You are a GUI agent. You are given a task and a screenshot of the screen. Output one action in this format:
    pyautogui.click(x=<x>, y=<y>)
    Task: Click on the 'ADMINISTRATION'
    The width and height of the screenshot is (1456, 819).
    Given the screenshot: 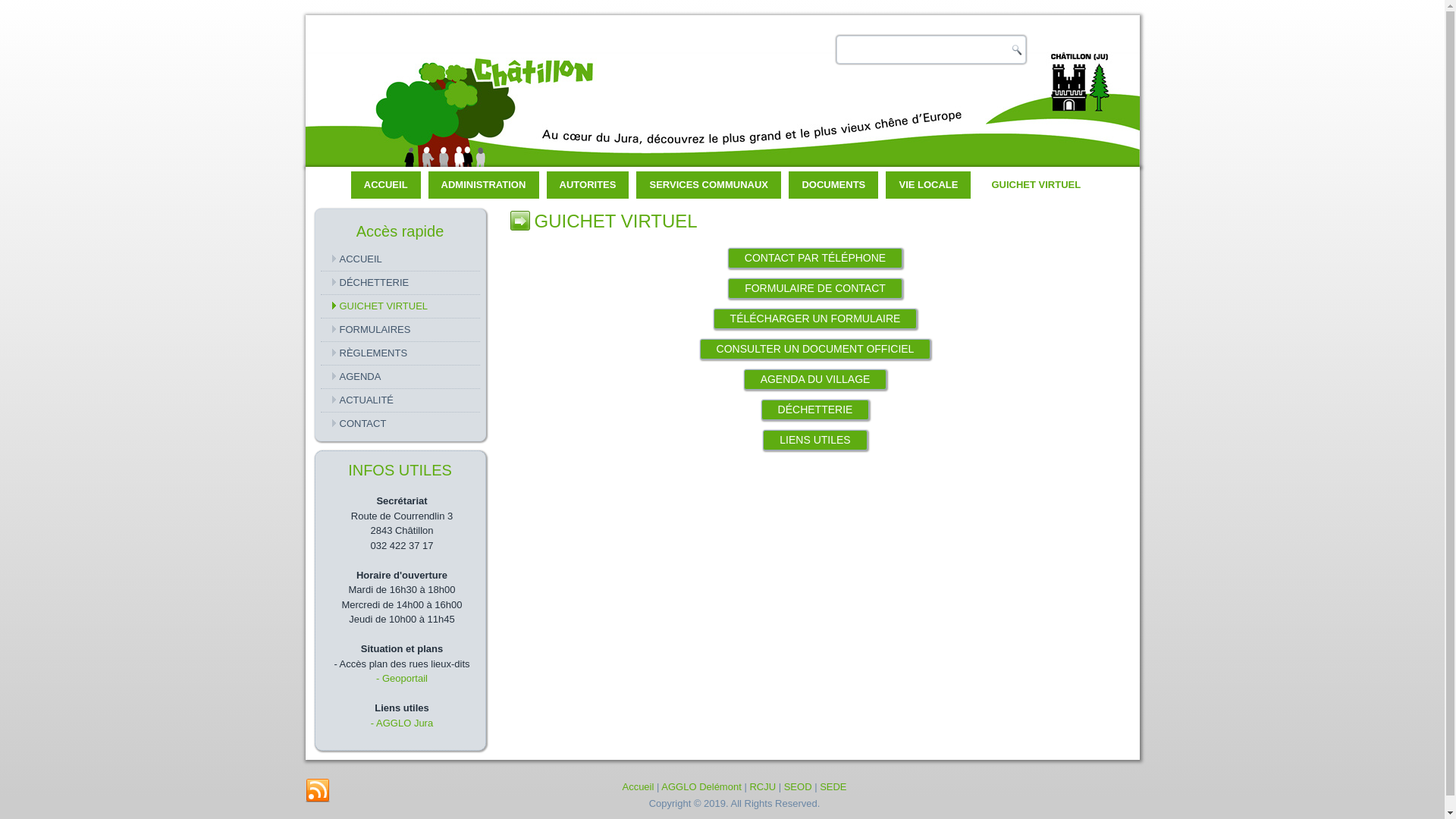 What is the action you would take?
    pyautogui.click(x=483, y=184)
    